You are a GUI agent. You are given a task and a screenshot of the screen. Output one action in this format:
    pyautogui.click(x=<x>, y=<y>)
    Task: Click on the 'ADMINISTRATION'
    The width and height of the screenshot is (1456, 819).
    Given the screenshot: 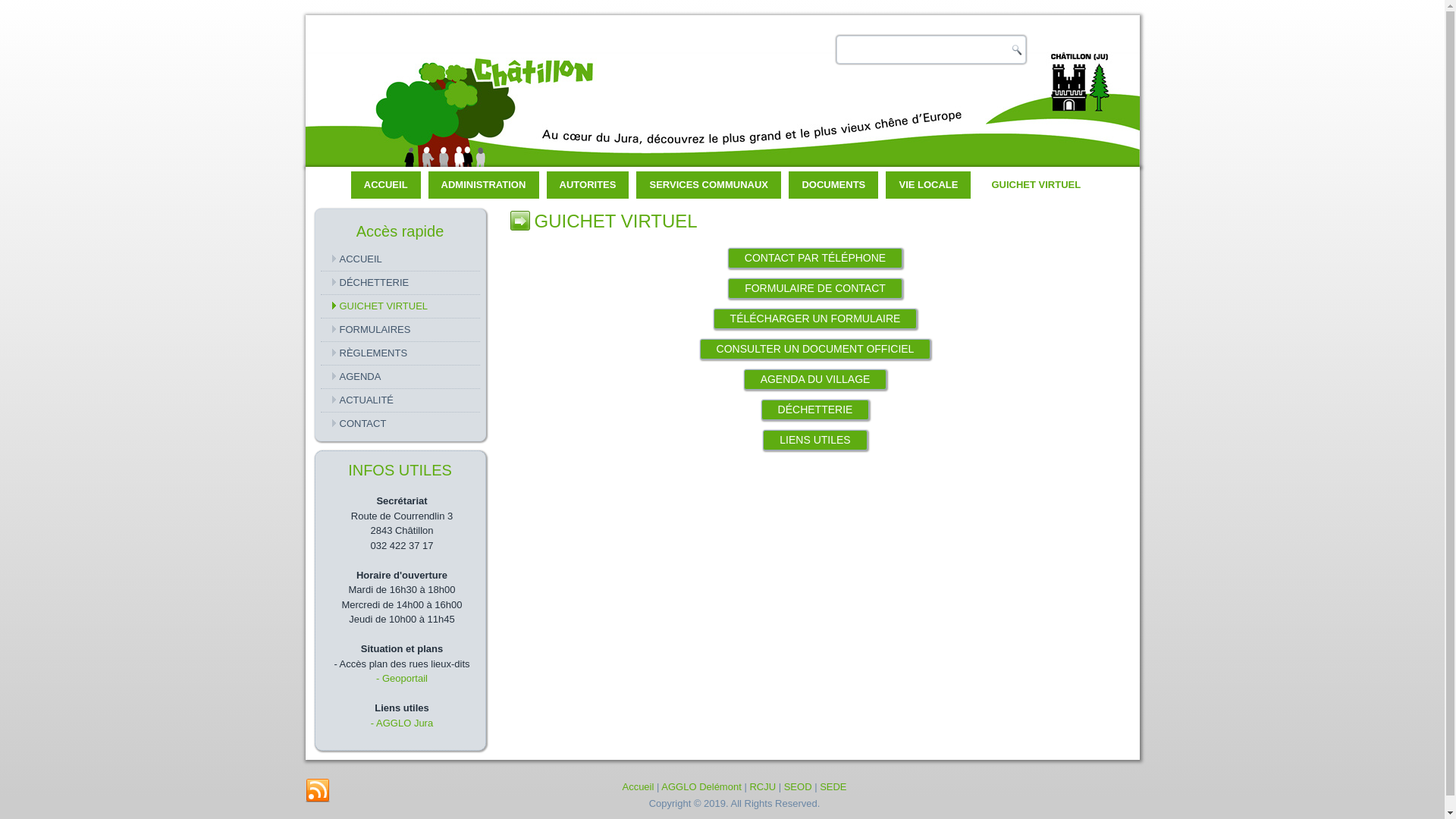 What is the action you would take?
    pyautogui.click(x=483, y=184)
    